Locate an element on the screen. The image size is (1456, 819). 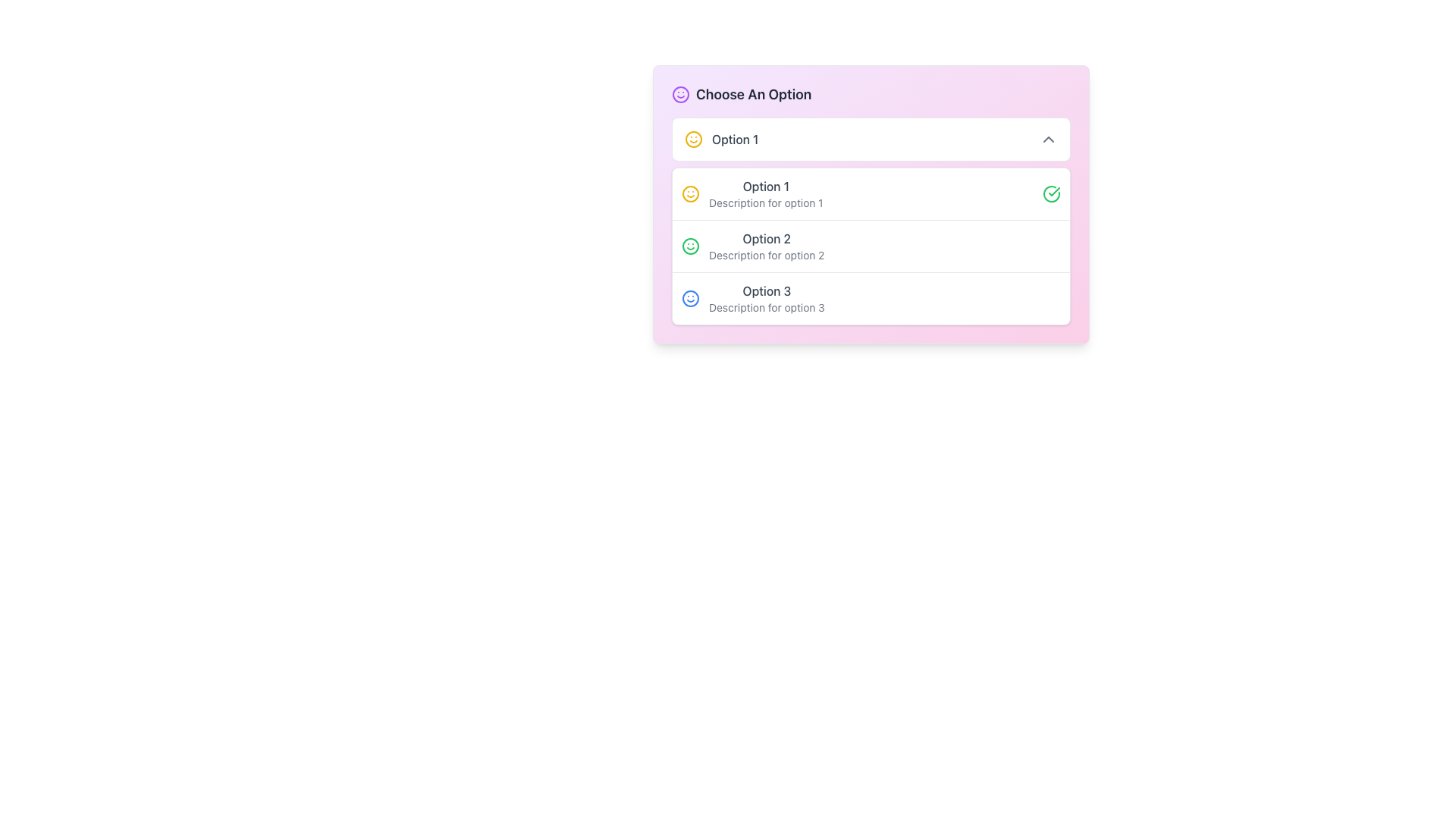
the yellow smiley face icon located adjacent to the text 'Option 1' for additional information is located at coordinates (690, 193).